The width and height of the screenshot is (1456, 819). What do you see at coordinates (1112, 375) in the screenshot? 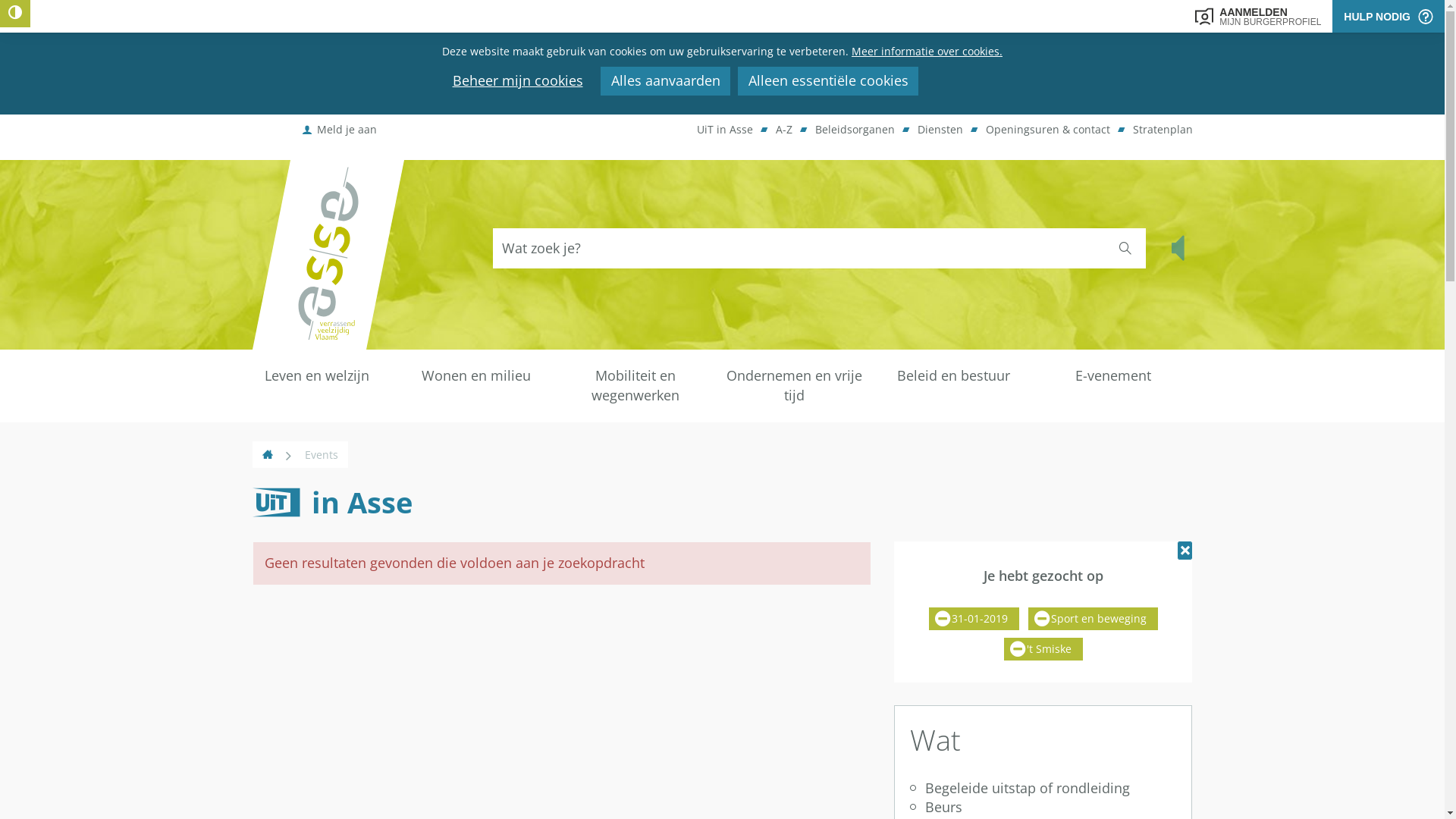
I see `'E-venement'` at bounding box center [1112, 375].